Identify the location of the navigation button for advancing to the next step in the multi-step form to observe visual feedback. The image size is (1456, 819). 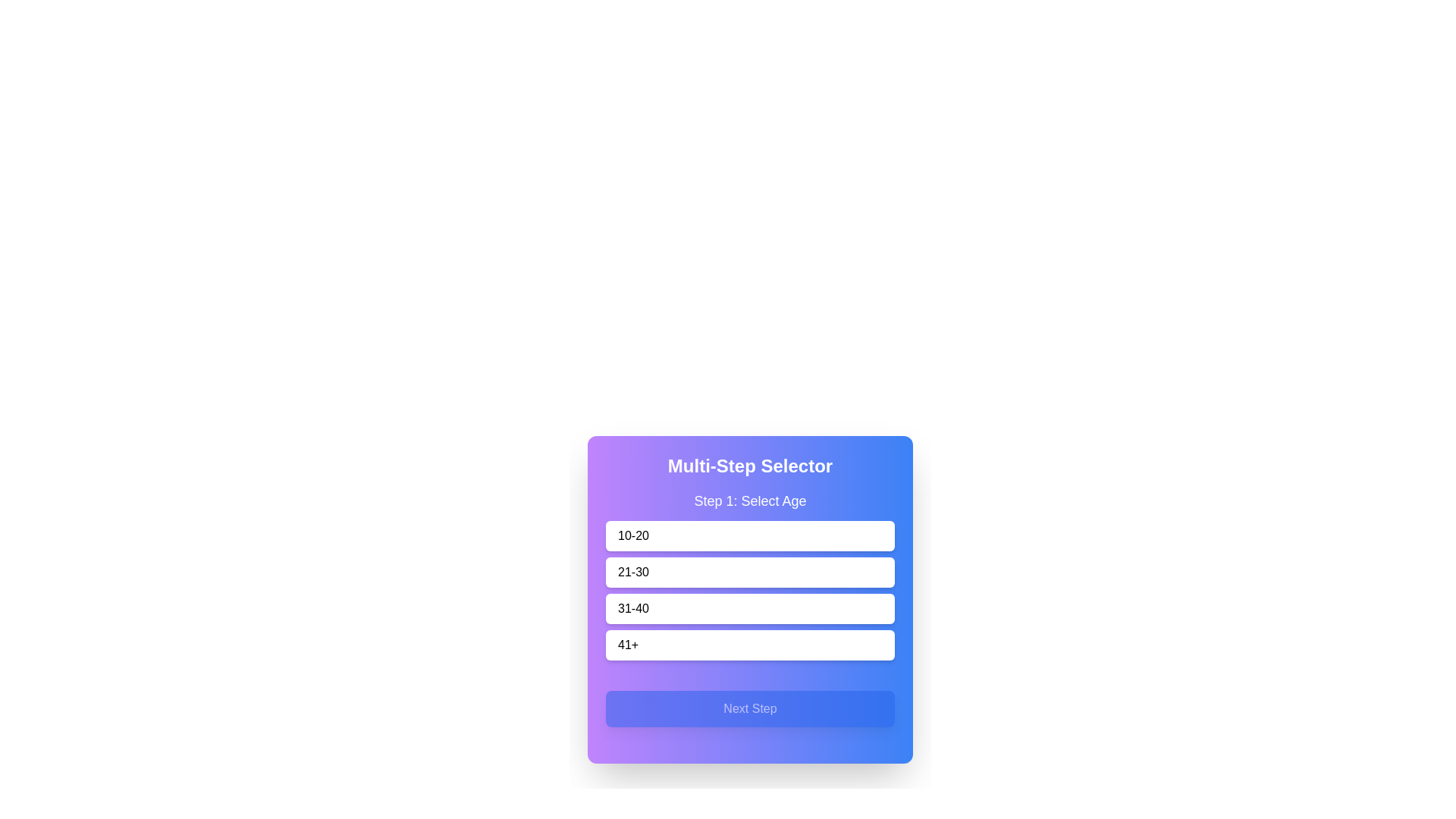
(750, 708).